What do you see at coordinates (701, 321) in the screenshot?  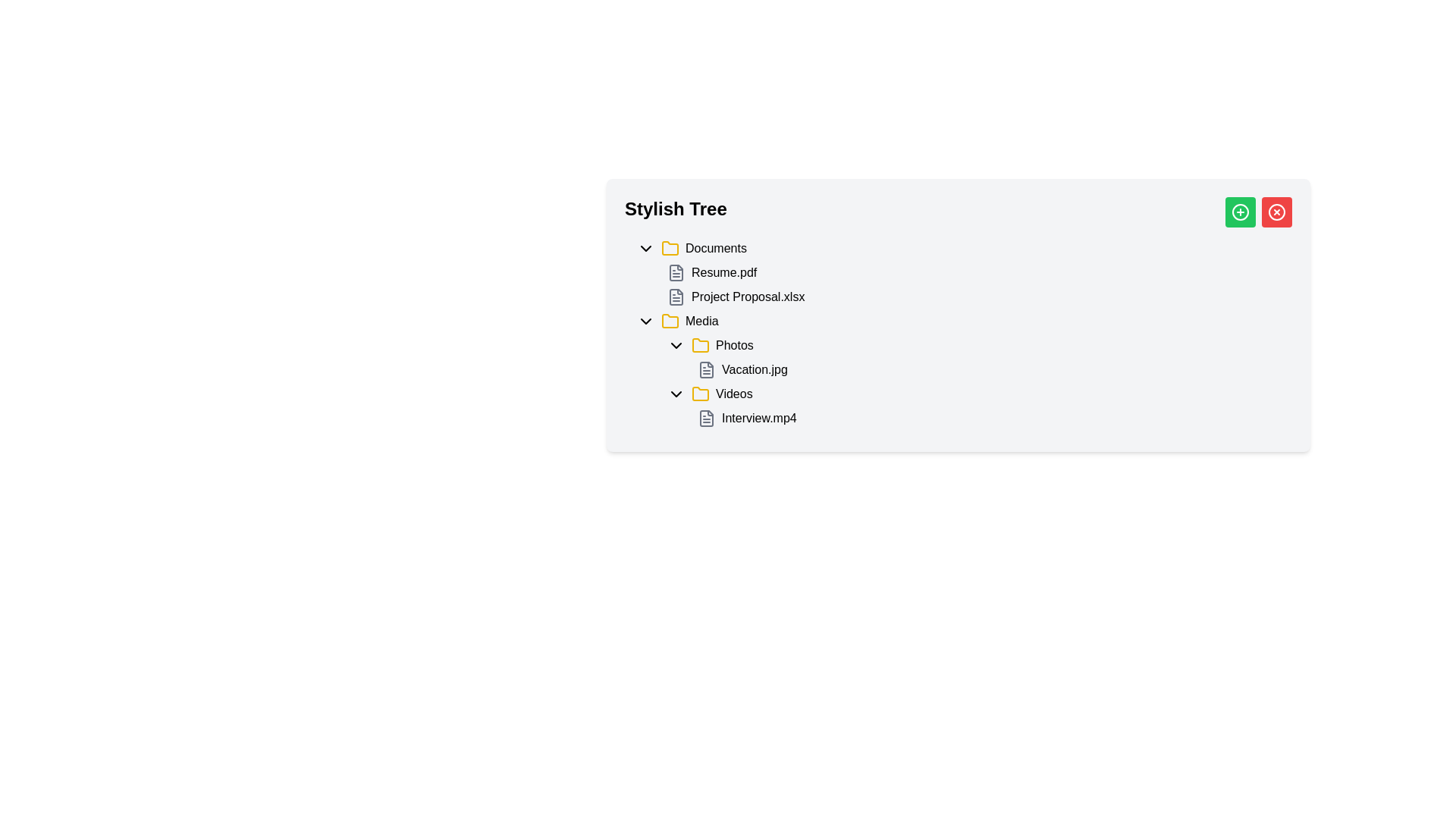 I see `the 'Media' label in the hierarchical tree structure that identifies the folder's contents` at bounding box center [701, 321].